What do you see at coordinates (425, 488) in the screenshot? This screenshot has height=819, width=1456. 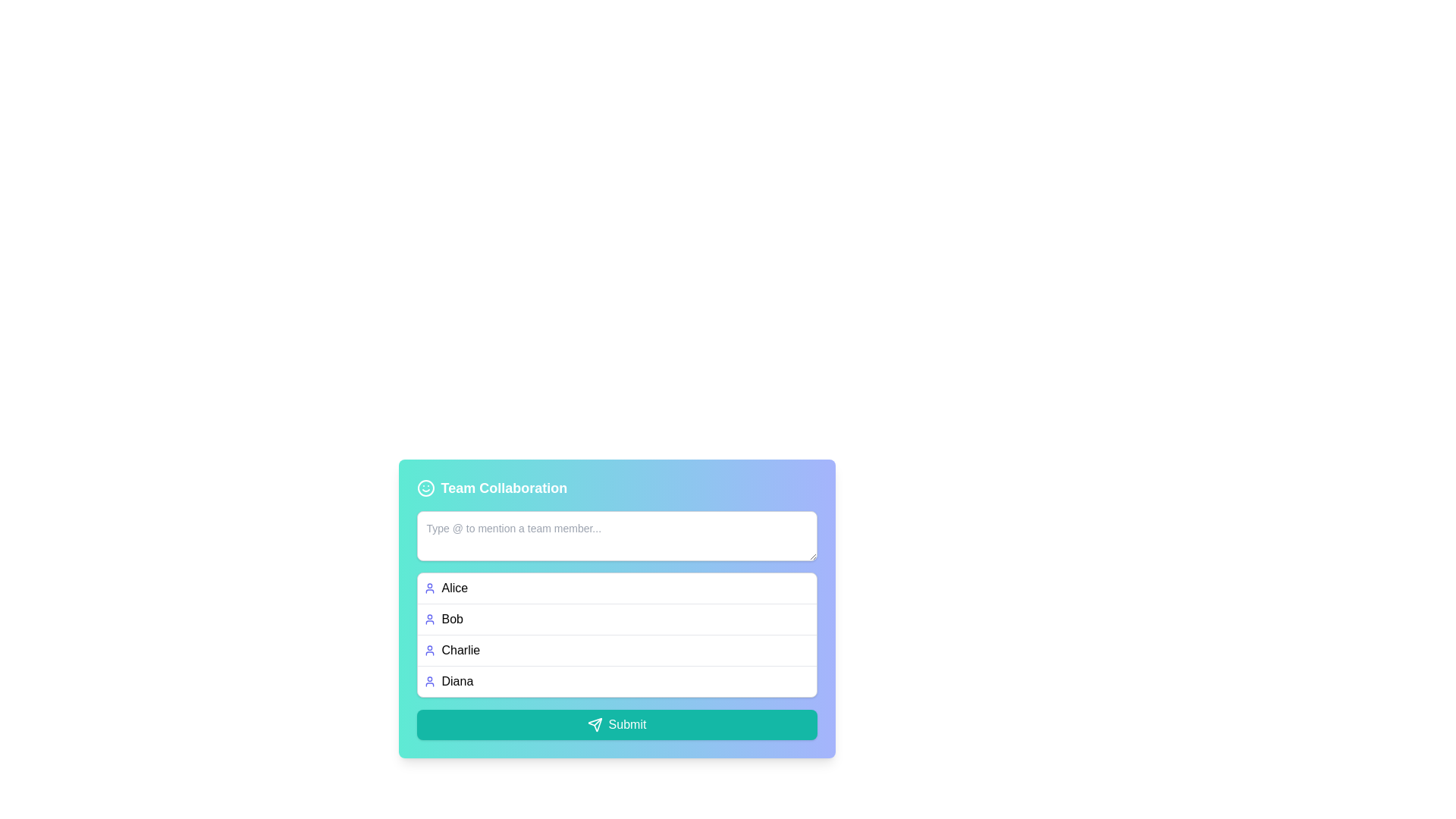 I see `the Decorative SVG circle that is the central feature of the smiley face icon in the header titled 'Team Collaboration'` at bounding box center [425, 488].